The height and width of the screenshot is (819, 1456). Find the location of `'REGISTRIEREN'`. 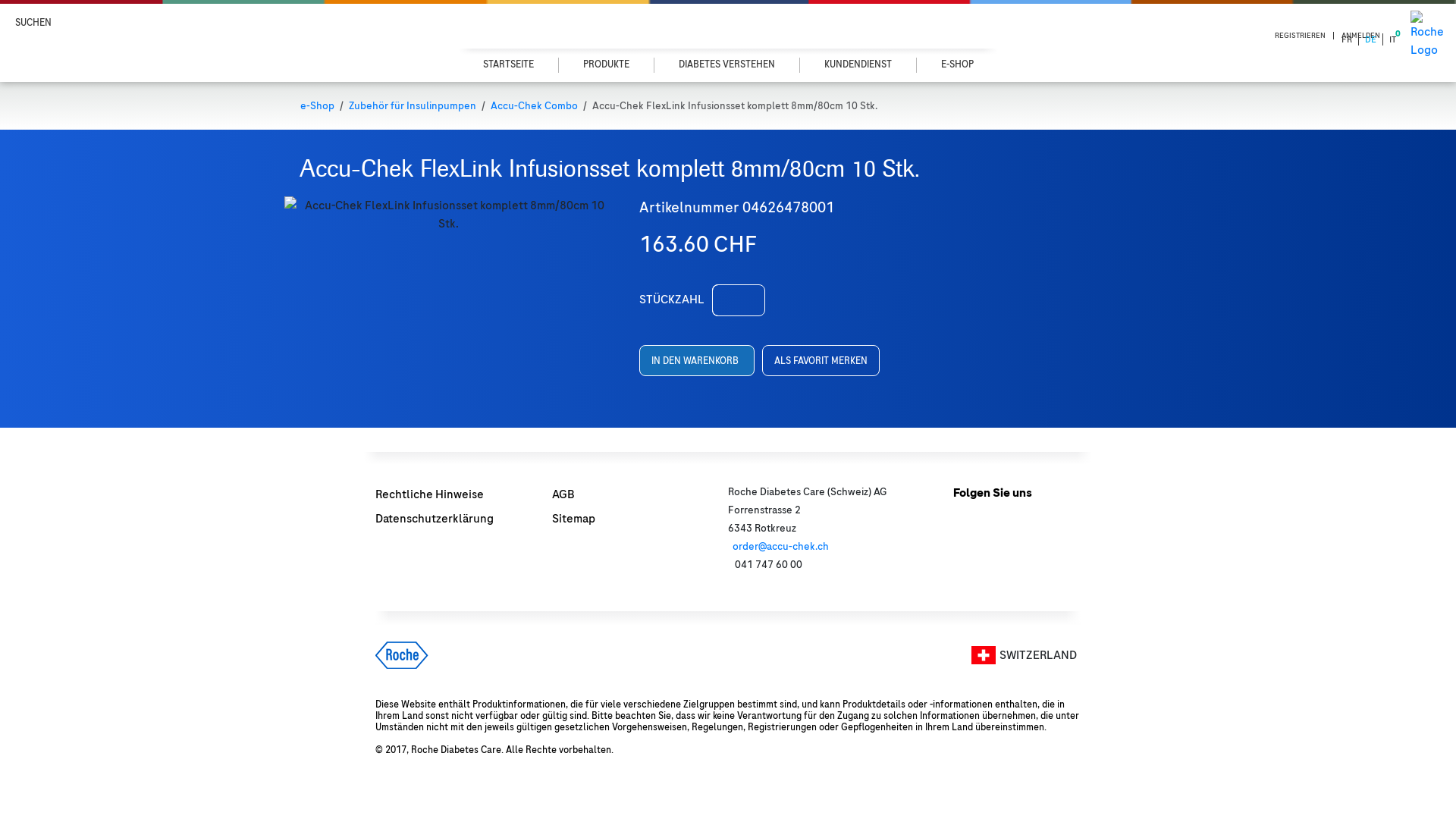

'REGISTRIEREN' is located at coordinates (1299, 34).